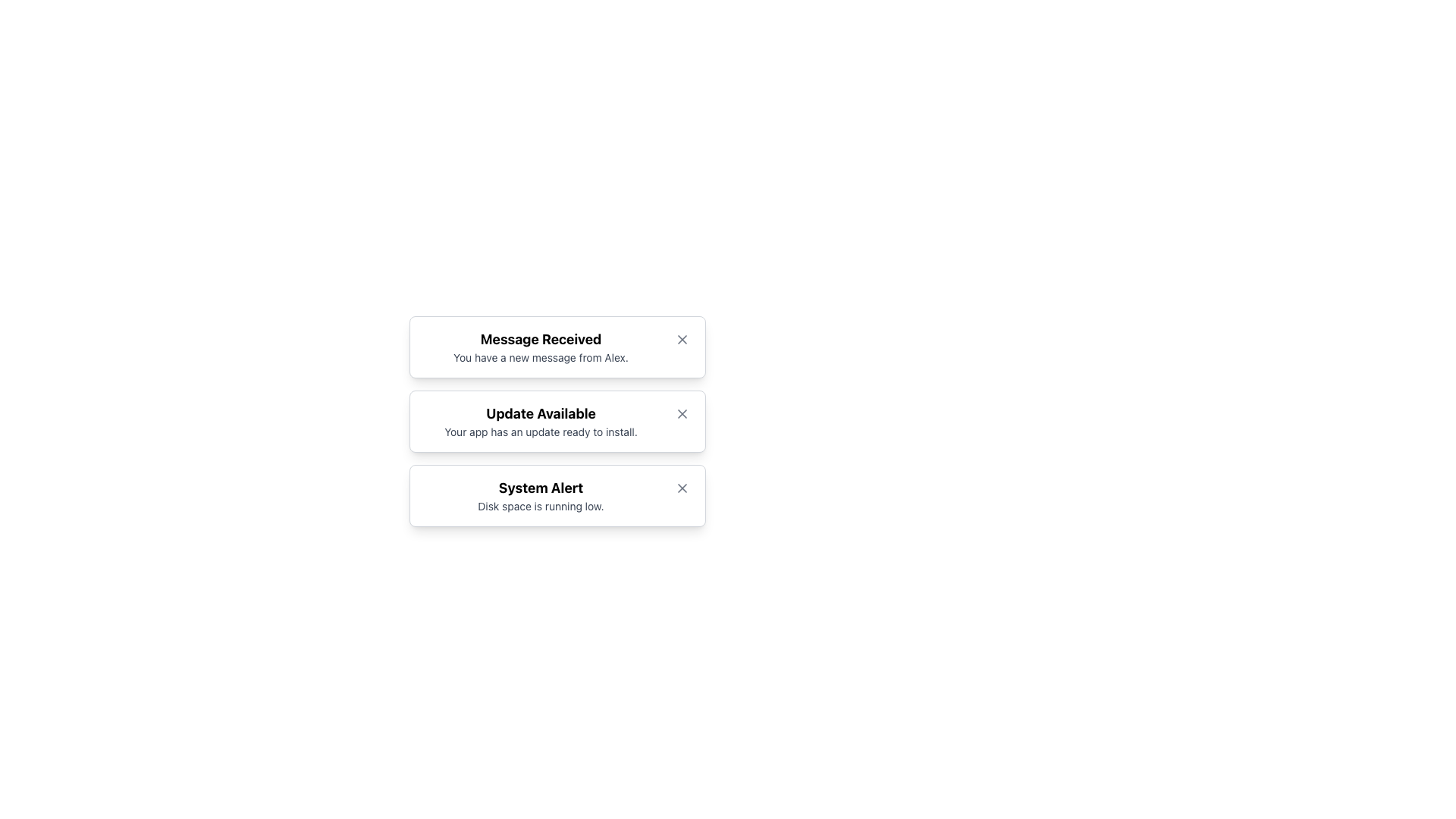  Describe the element at coordinates (682, 488) in the screenshot. I see `the close icon button located at the top-right corner of the 'System Alert' notification card` at that location.